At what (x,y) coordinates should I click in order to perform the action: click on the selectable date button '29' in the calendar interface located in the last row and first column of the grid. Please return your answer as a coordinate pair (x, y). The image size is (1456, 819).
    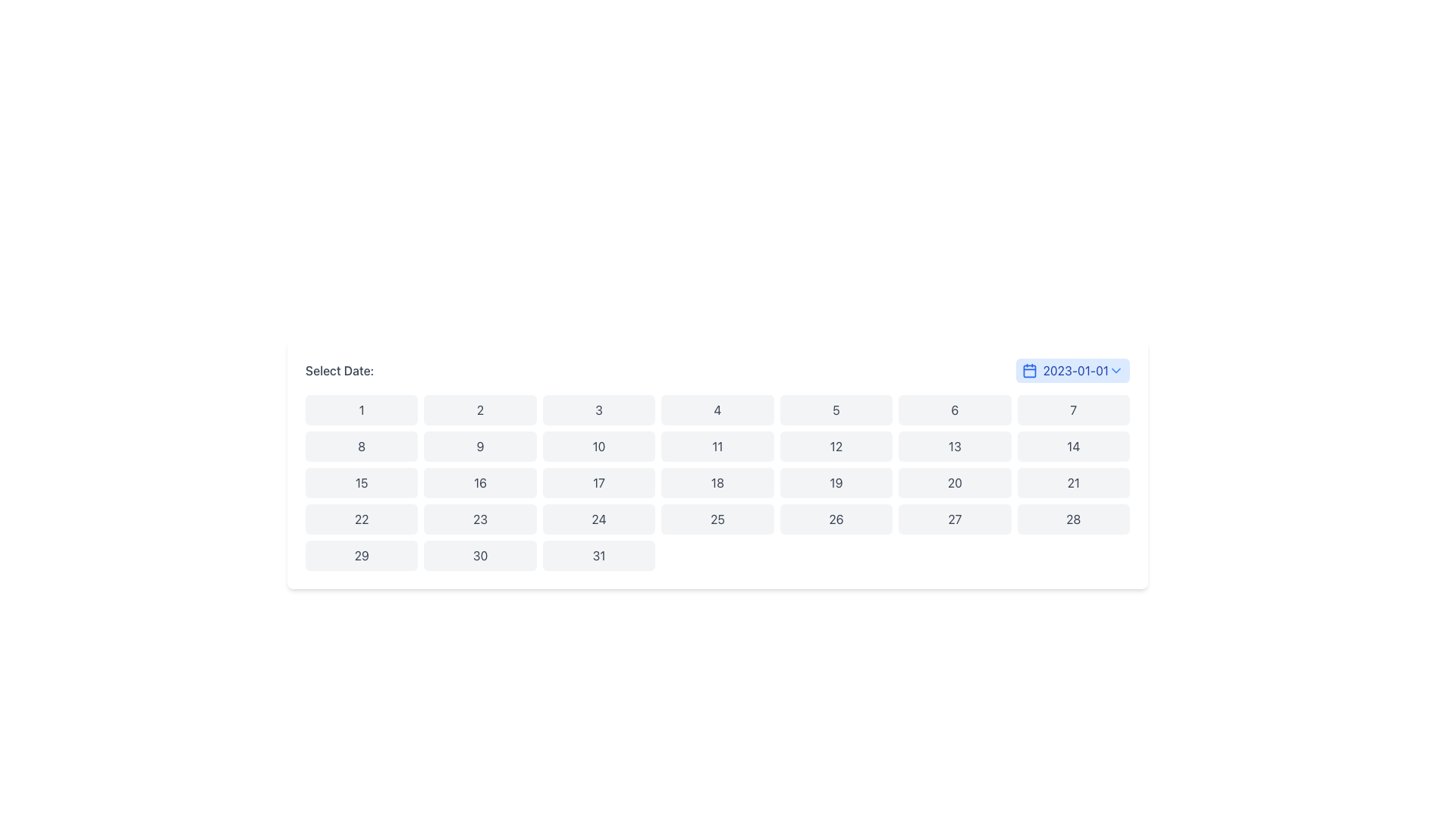
    Looking at the image, I should click on (361, 555).